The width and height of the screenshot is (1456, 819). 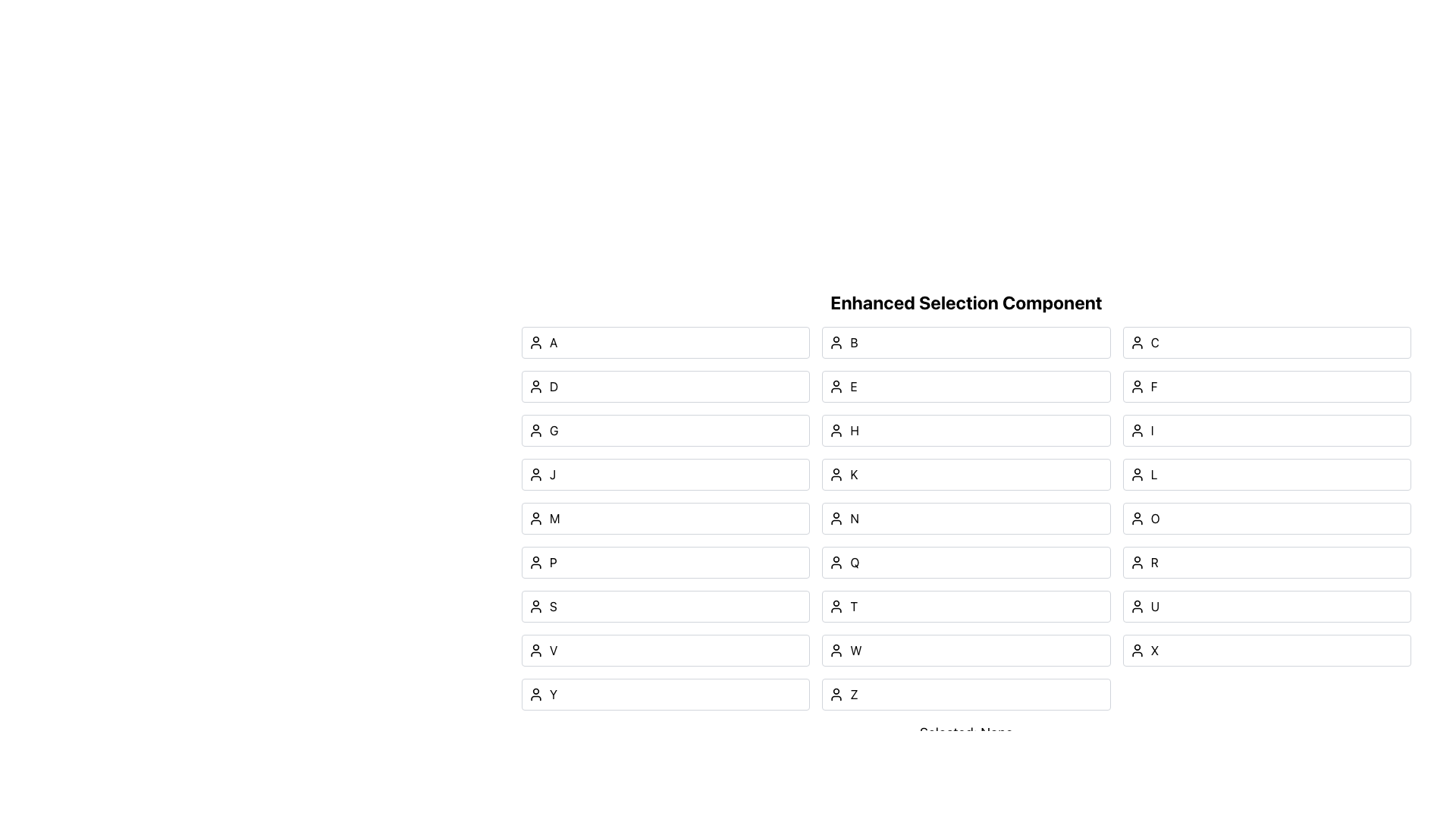 What do you see at coordinates (836, 649) in the screenshot?
I see `the user-related icon located at the left side of the 'W' column entry in the Enhanced Selection Component interface` at bounding box center [836, 649].